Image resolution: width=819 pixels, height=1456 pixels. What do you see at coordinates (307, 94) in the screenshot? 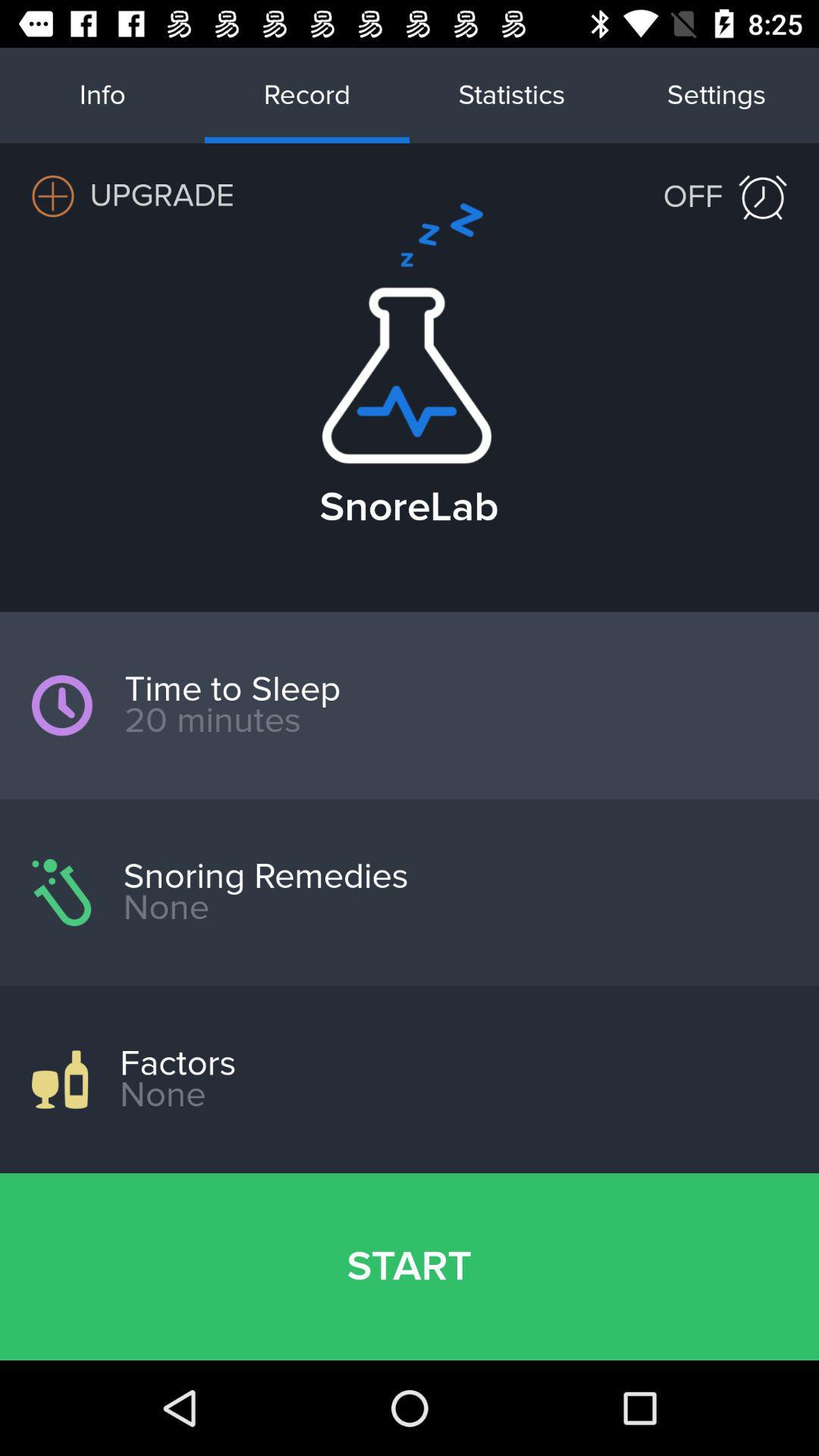
I see `record on the top of the web page` at bounding box center [307, 94].